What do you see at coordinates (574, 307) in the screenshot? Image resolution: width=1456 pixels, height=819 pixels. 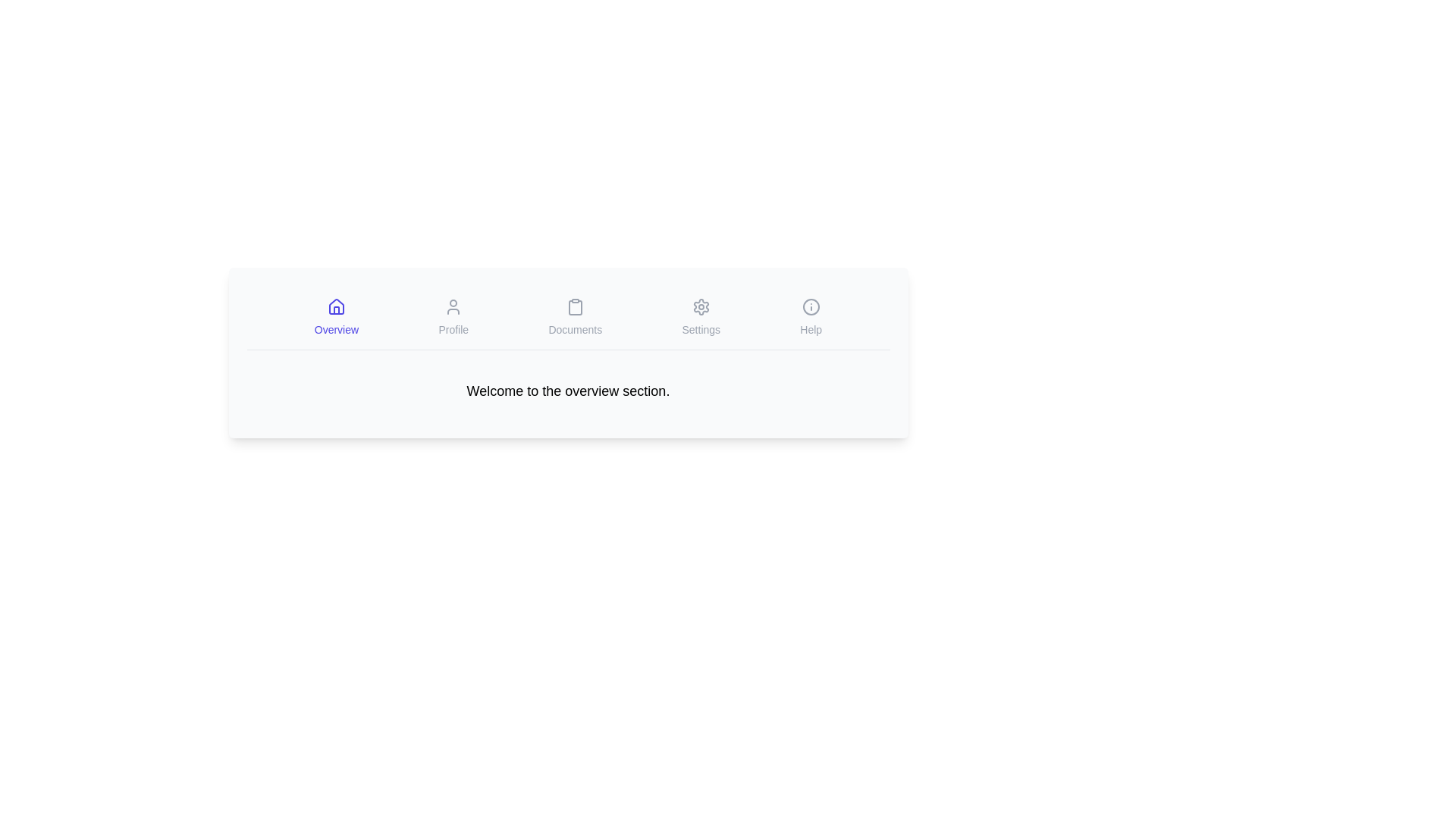 I see `the 'Documents' icon located centrally in the navigation bar between 'Profile' and 'Settings'` at bounding box center [574, 307].